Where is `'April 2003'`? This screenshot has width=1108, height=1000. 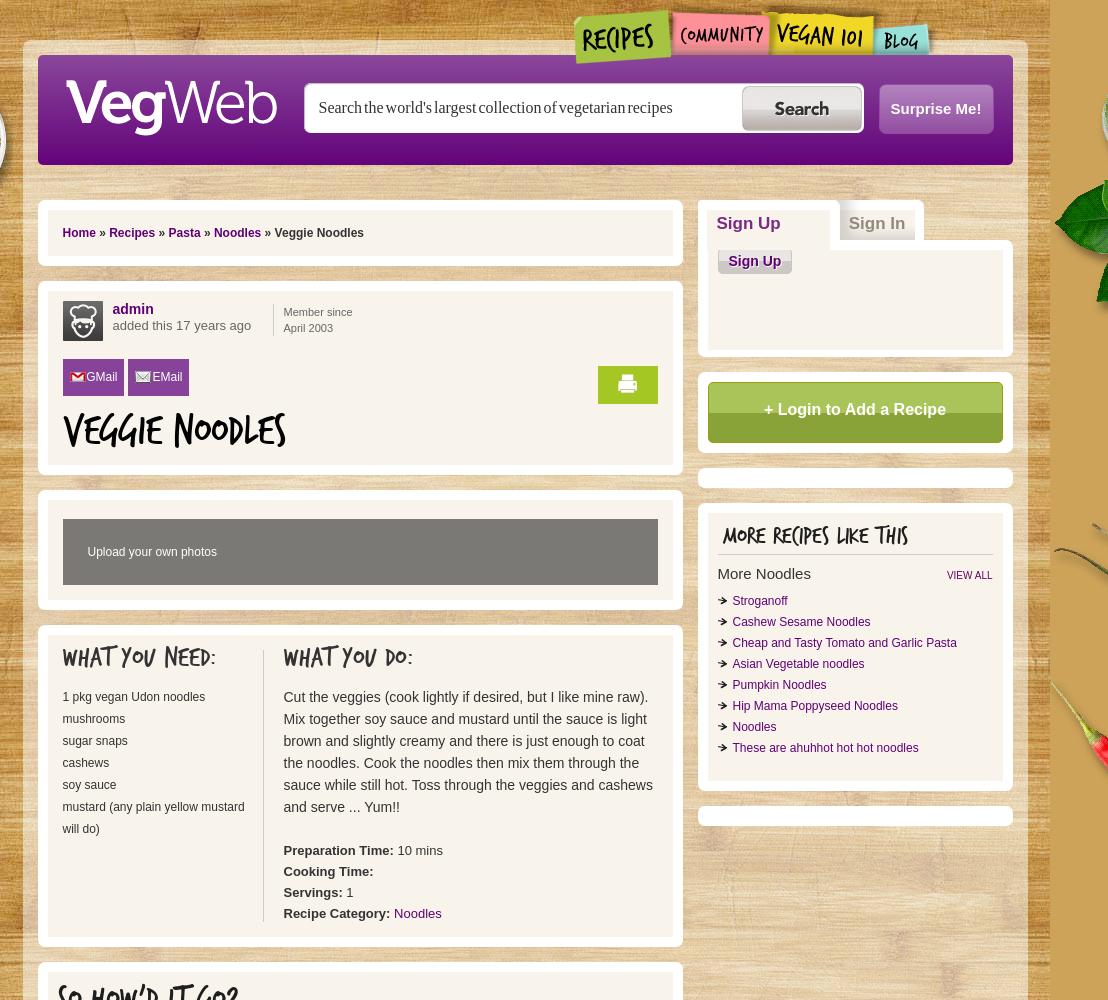
'April 2003' is located at coordinates (308, 327).